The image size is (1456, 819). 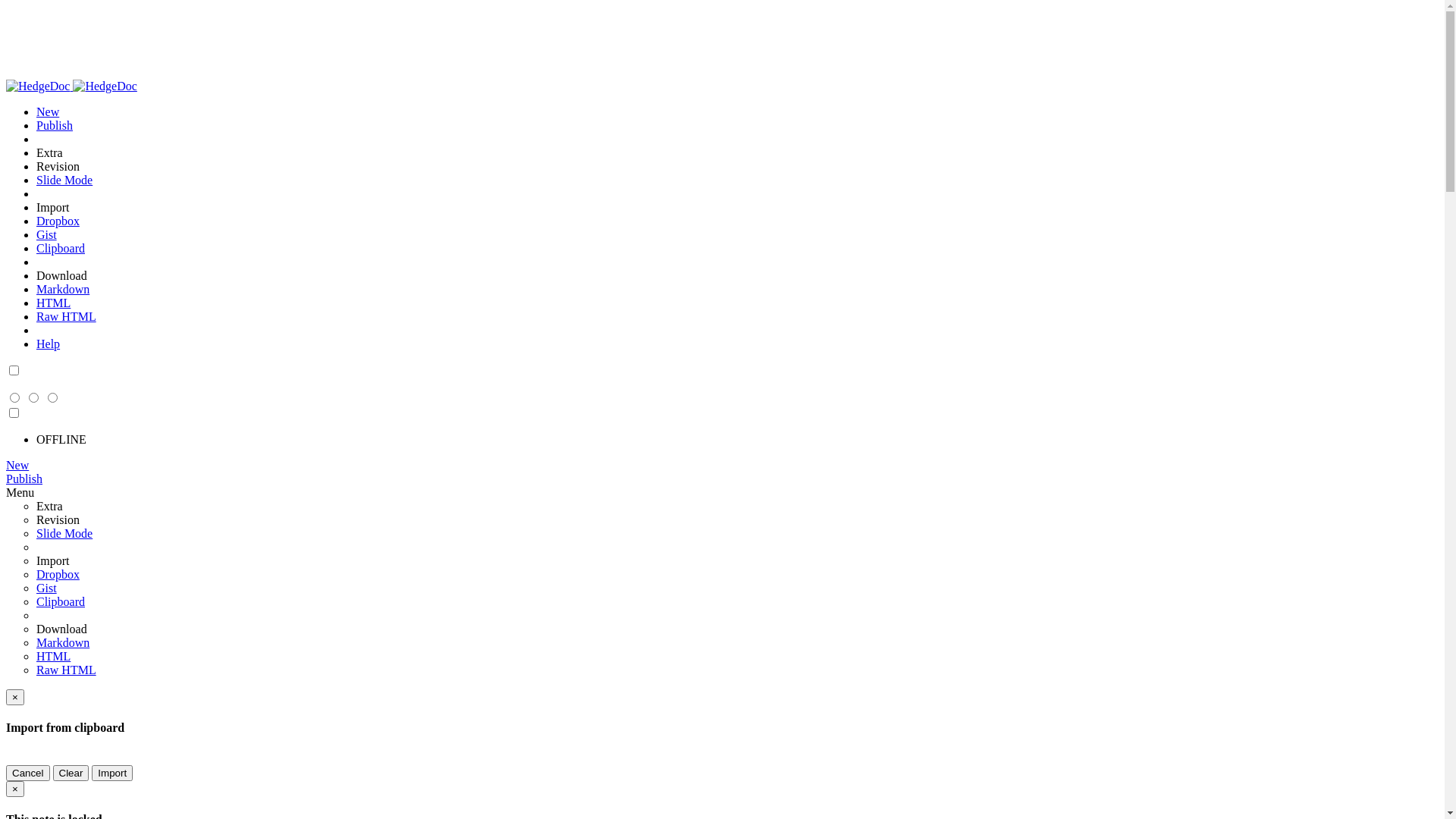 I want to click on 'OFFLINE', so click(x=61, y=439).